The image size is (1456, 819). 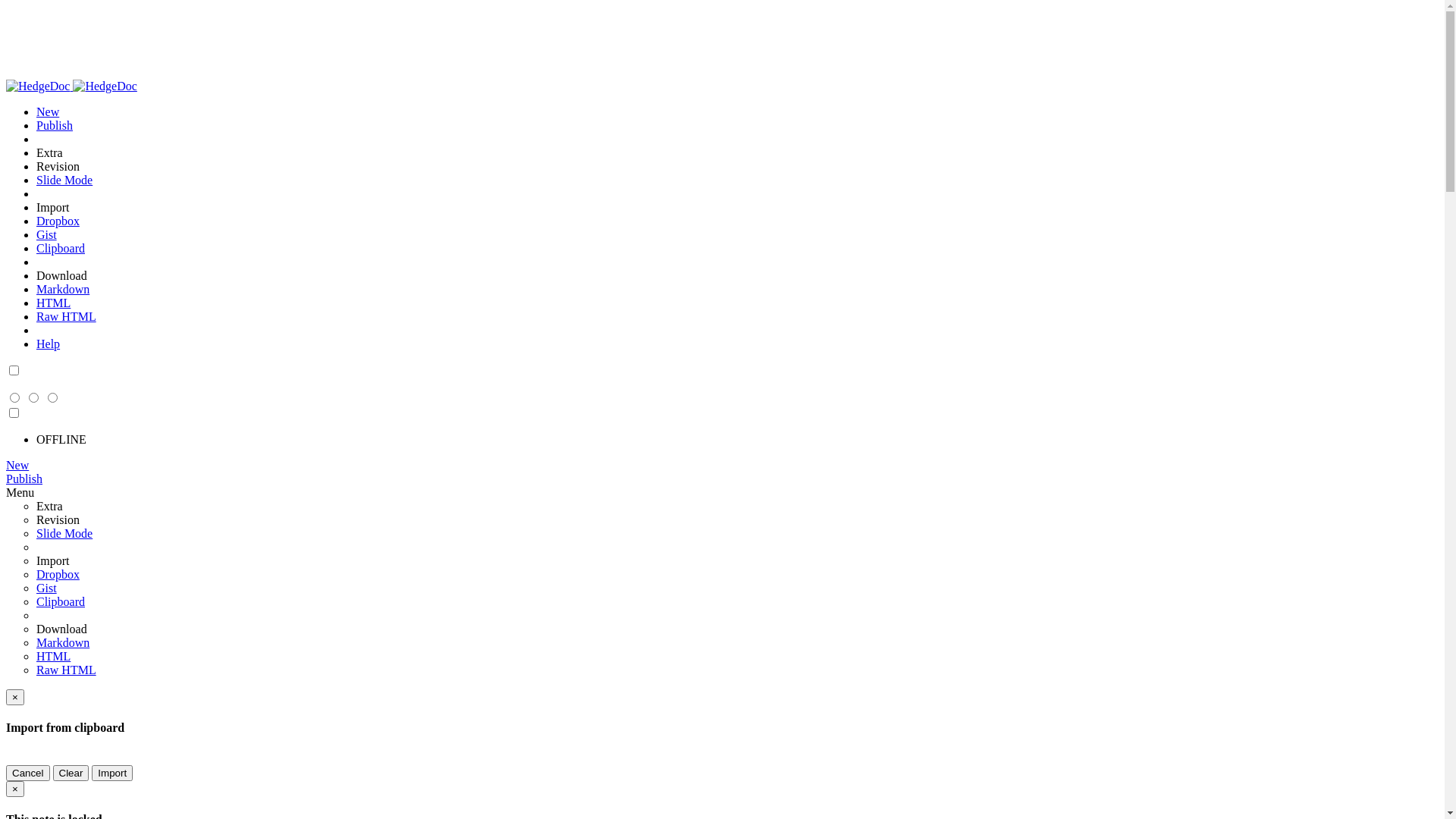 I want to click on 'OFFLINE', so click(x=61, y=439).